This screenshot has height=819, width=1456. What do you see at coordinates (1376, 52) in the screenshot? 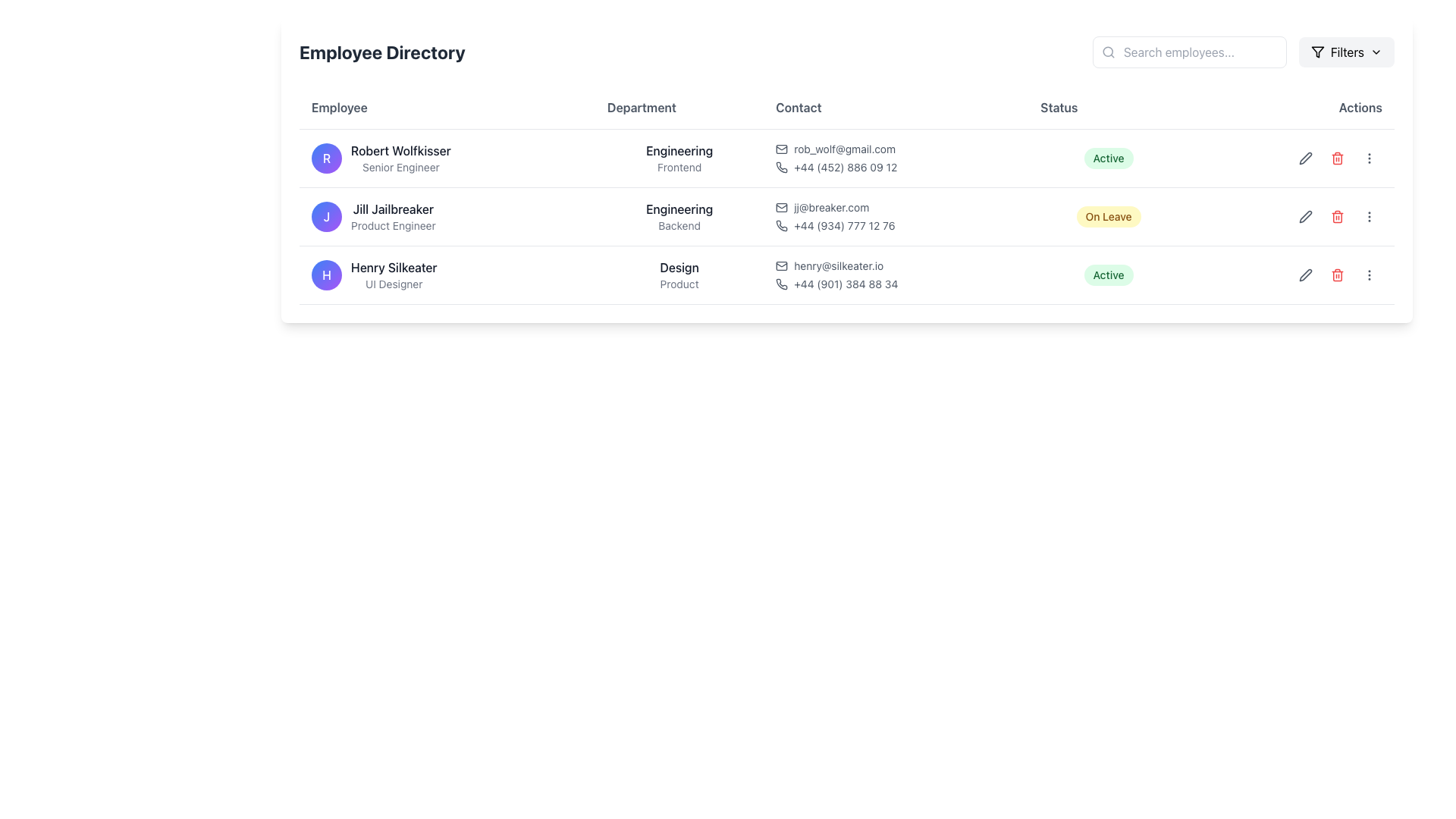
I see `the chevron icon located on the right-hand side of the 'Filters' button` at bounding box center [1376, 52].